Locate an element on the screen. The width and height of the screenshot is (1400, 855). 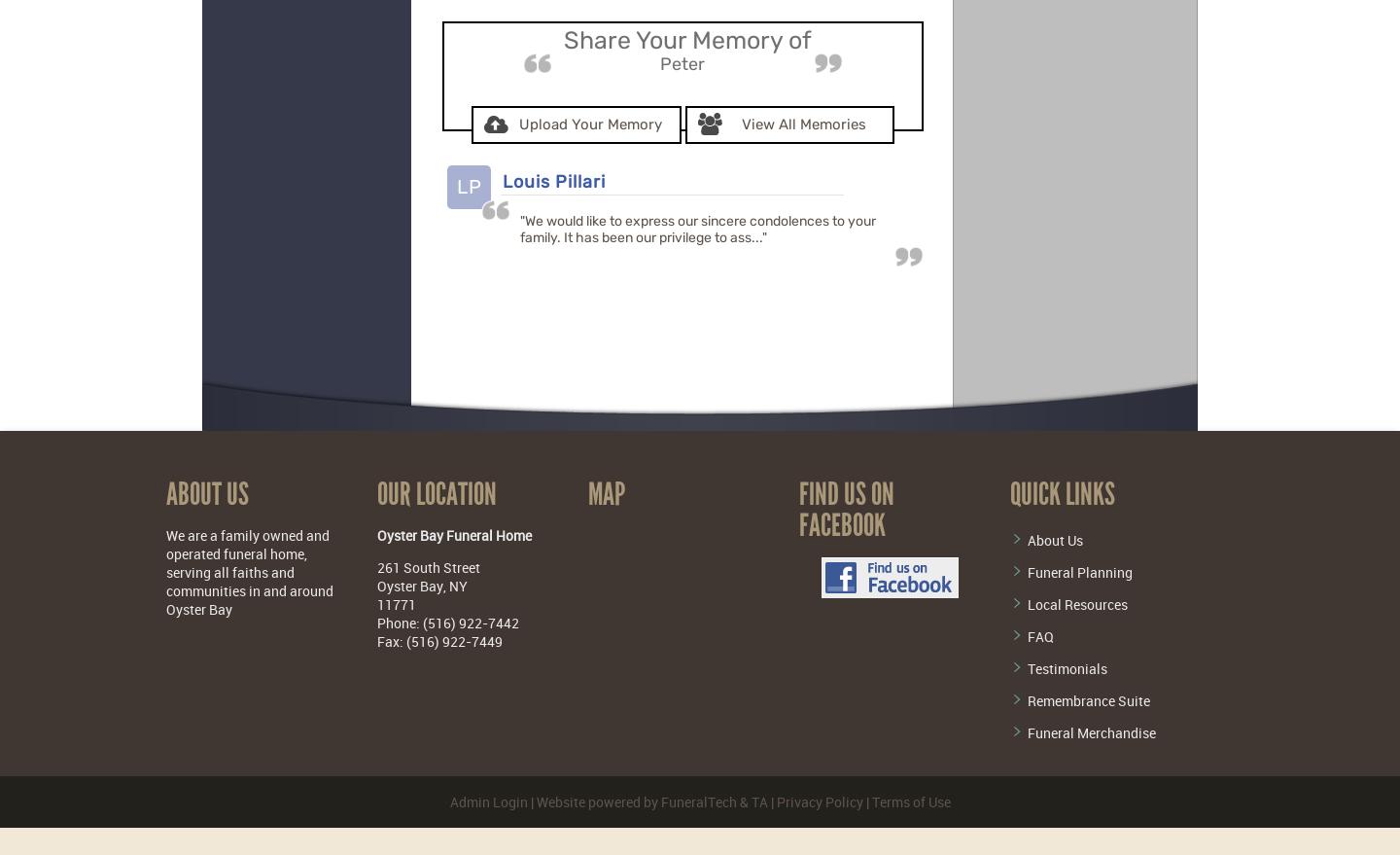
'View All Memories' is located at coordinates (803, 124).